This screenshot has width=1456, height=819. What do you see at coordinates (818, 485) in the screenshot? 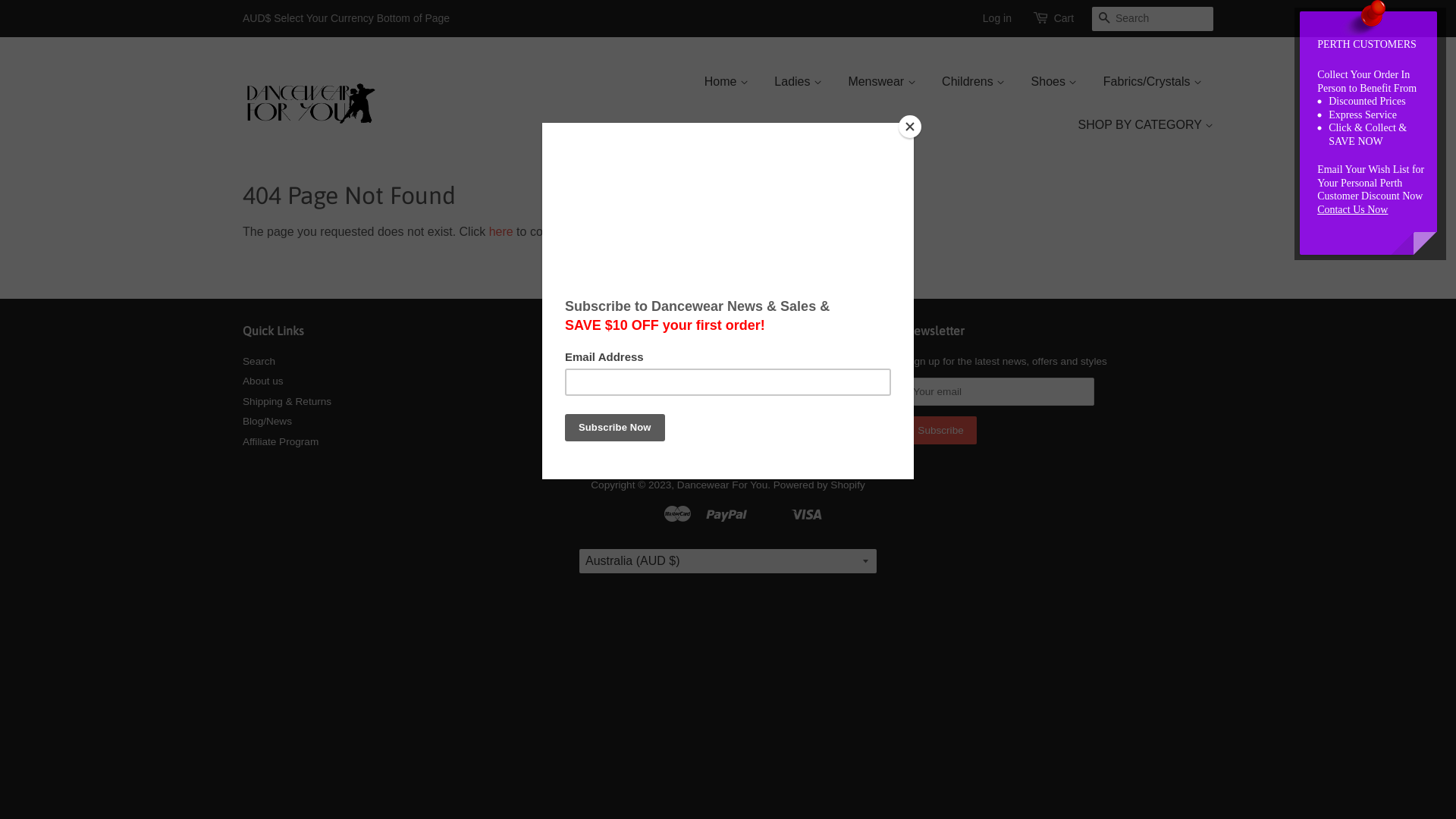
I see `'Powered by Shopify'` at bounding box center [818, 485].